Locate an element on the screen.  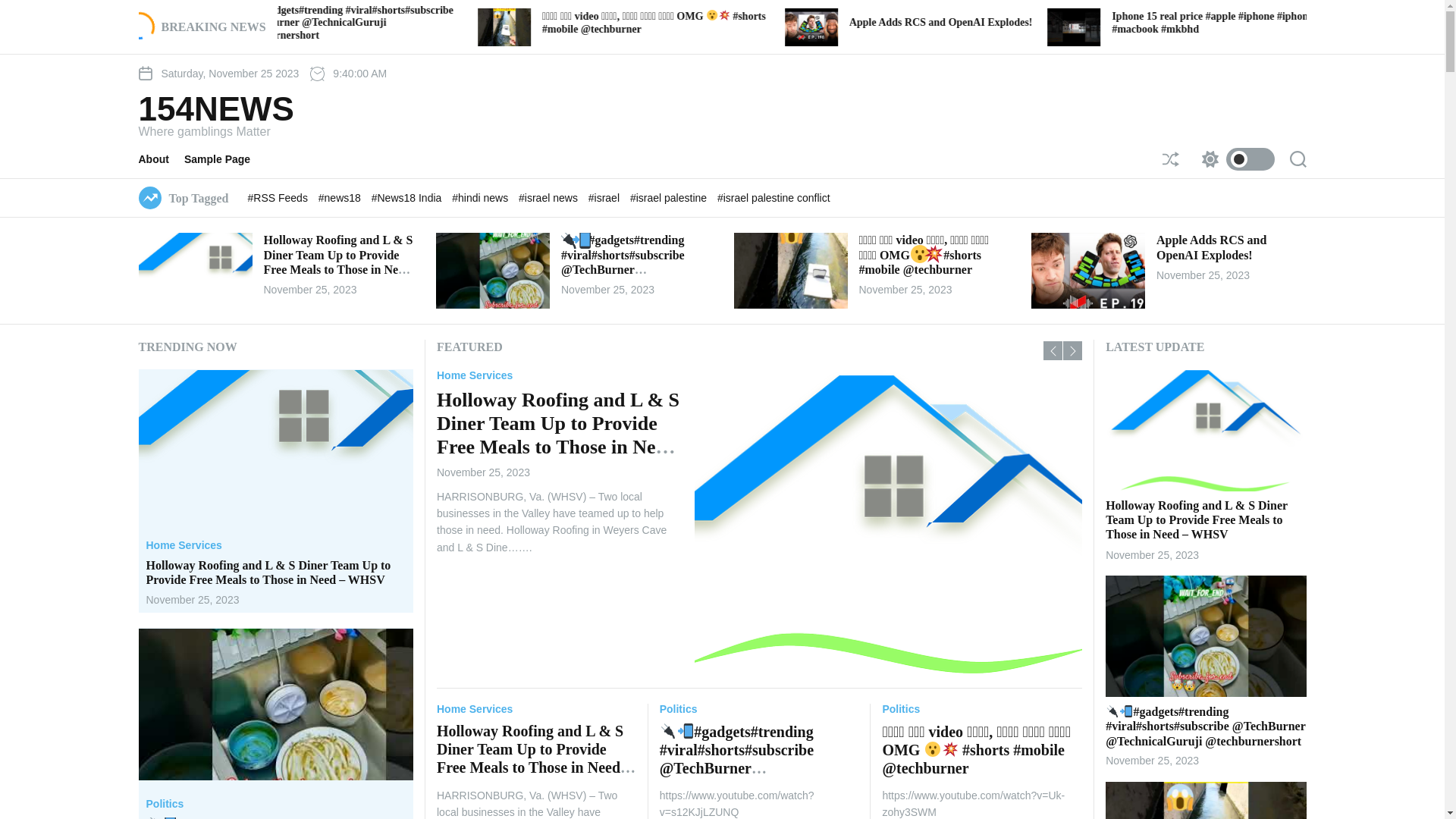
'Search' is located at coordinates (1288, 158).